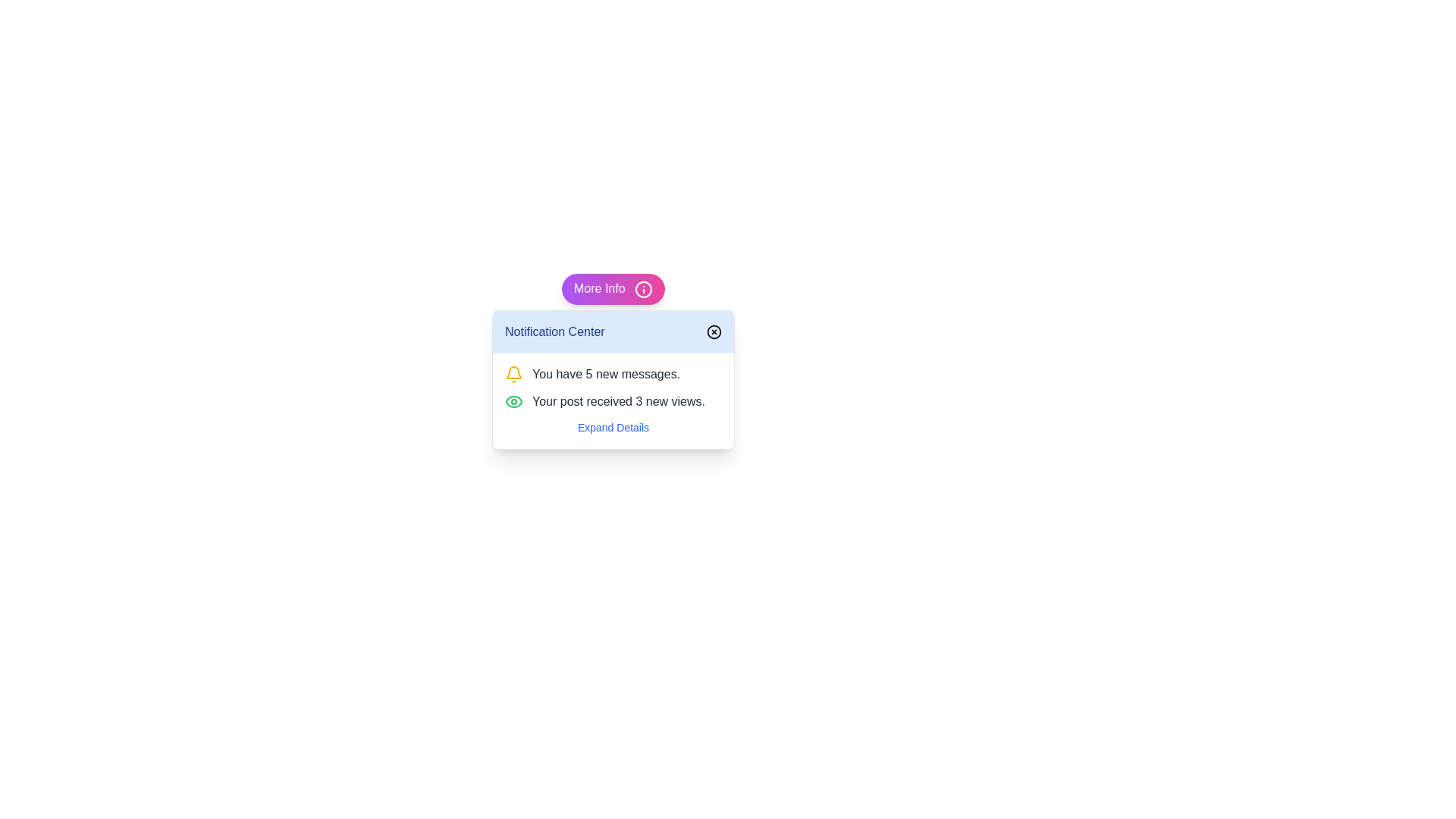  What do you see at coordinates (613, 427) in the screenshot?
I see `the blue text link labeled 'Expand Details'` at bounding box center [613, 427].